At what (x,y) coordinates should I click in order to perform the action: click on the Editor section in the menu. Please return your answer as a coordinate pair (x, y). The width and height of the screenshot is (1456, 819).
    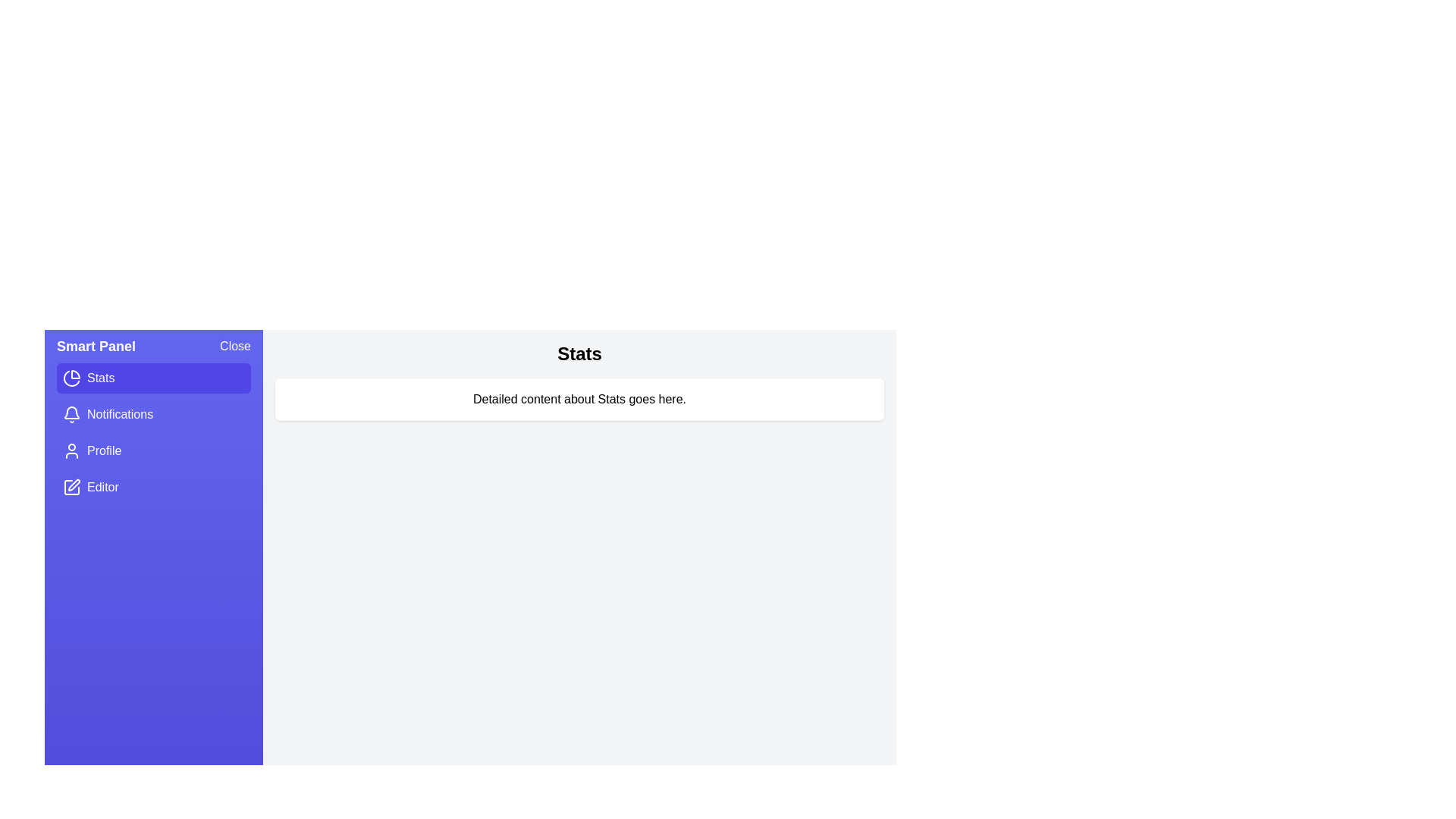
    Looking at the image, I should click on (153, 488).